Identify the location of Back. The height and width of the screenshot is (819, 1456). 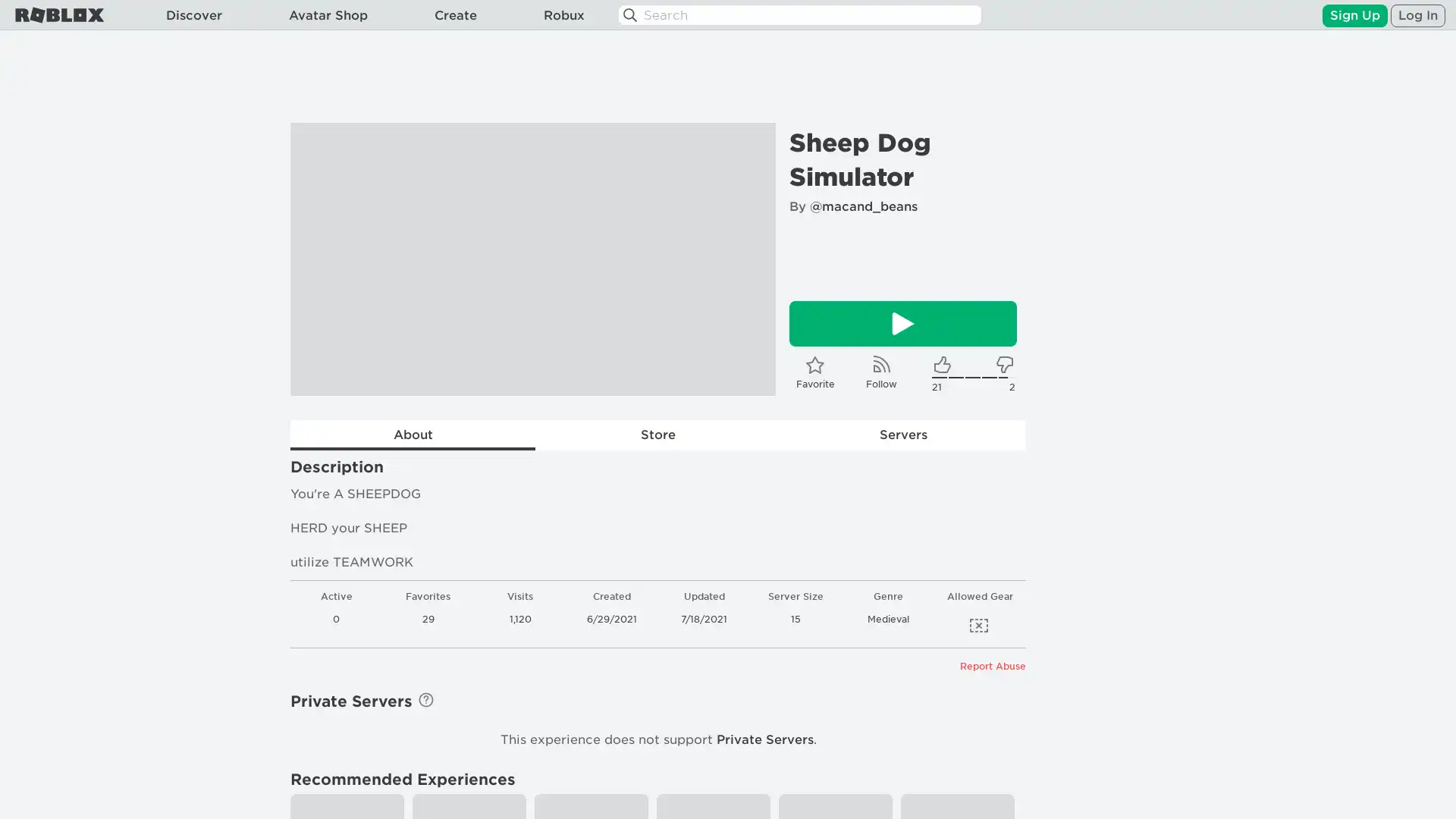
(322, 259).